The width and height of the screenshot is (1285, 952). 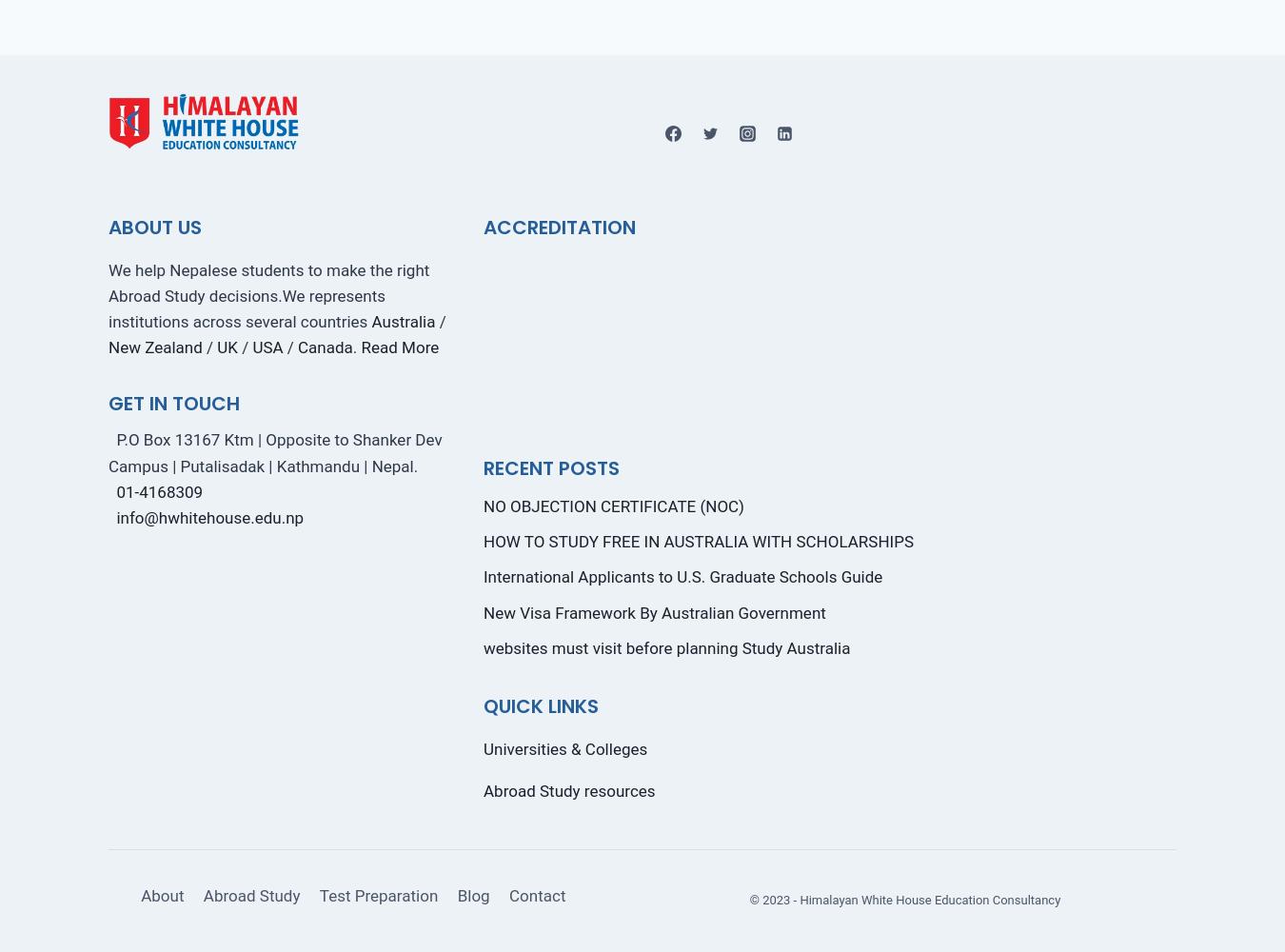 I want to click on 'Contact', so click(x=508, y=895).